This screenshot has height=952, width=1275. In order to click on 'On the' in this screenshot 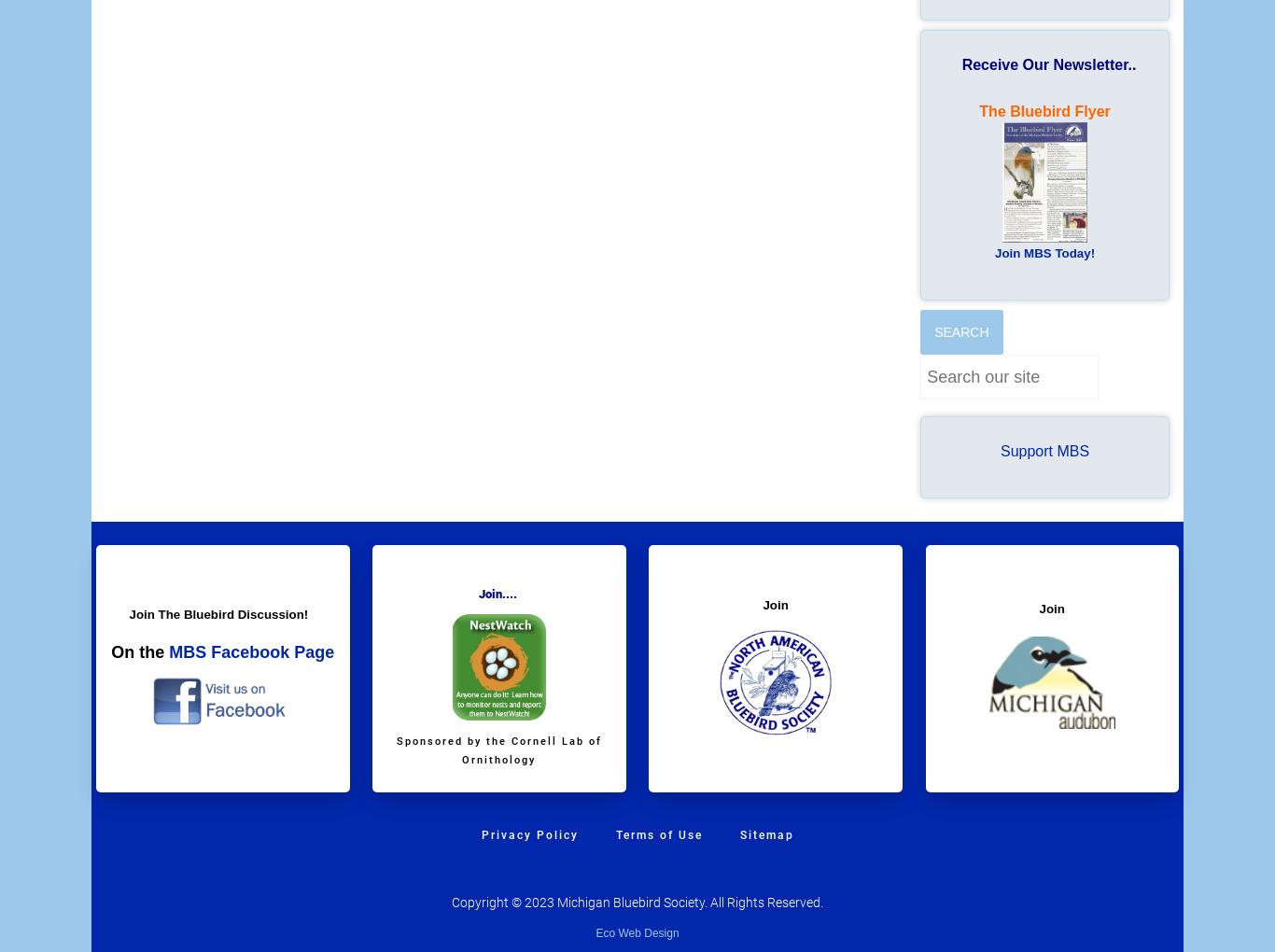, I will do `click(138, 651)`.